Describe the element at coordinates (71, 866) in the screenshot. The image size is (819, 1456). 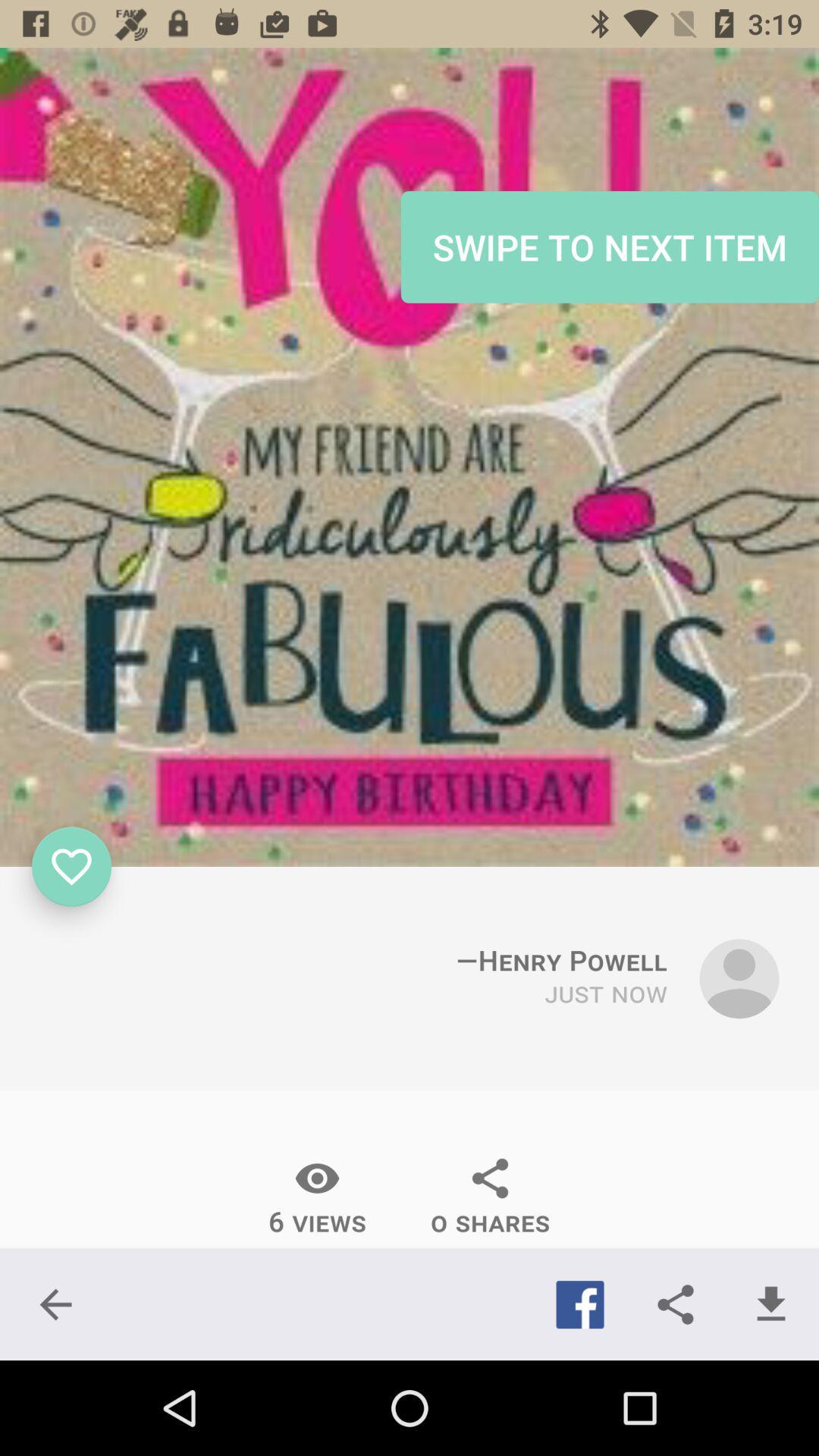
I see `the favorite icon` at that location.